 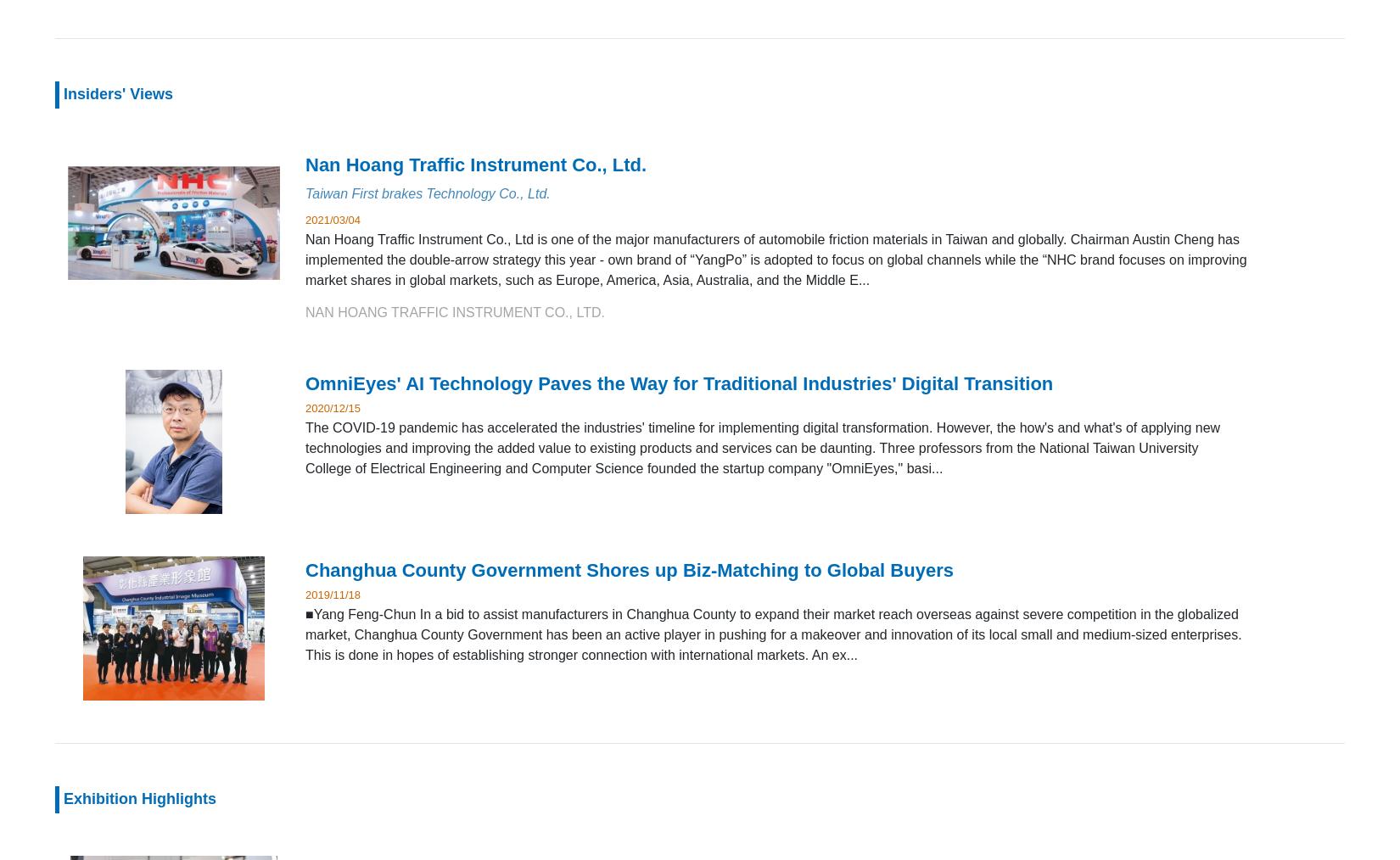 I want to click on '2019/11/18', so click(x=333, y=593).